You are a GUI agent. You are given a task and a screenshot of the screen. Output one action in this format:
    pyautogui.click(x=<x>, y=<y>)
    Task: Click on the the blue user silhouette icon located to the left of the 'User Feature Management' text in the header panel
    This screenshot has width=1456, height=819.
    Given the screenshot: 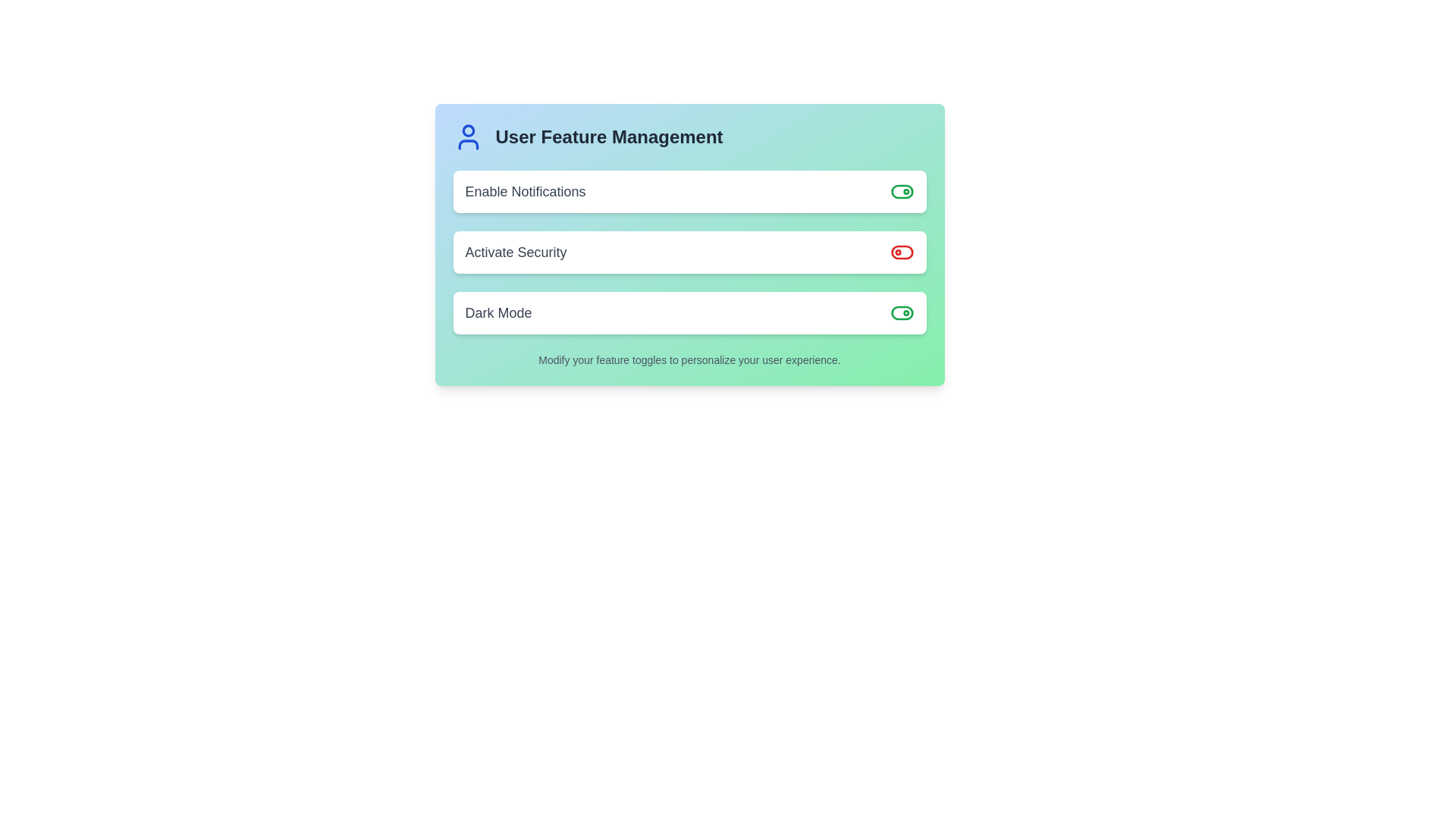 What is the action you would take?
    pyautogui.click(x=467, y=137)
    